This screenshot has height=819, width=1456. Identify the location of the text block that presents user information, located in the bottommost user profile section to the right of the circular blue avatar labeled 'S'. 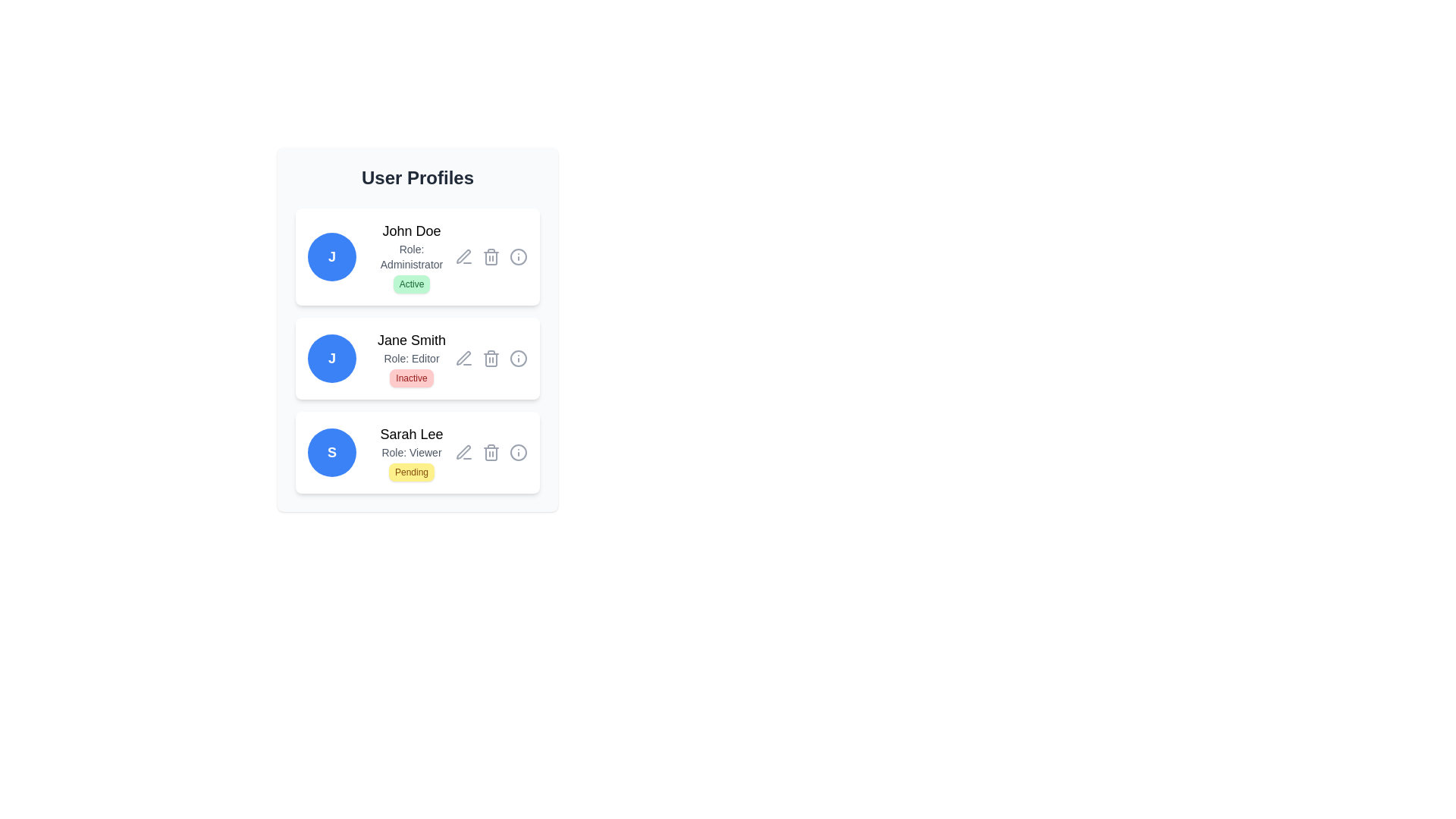
(411, 452).